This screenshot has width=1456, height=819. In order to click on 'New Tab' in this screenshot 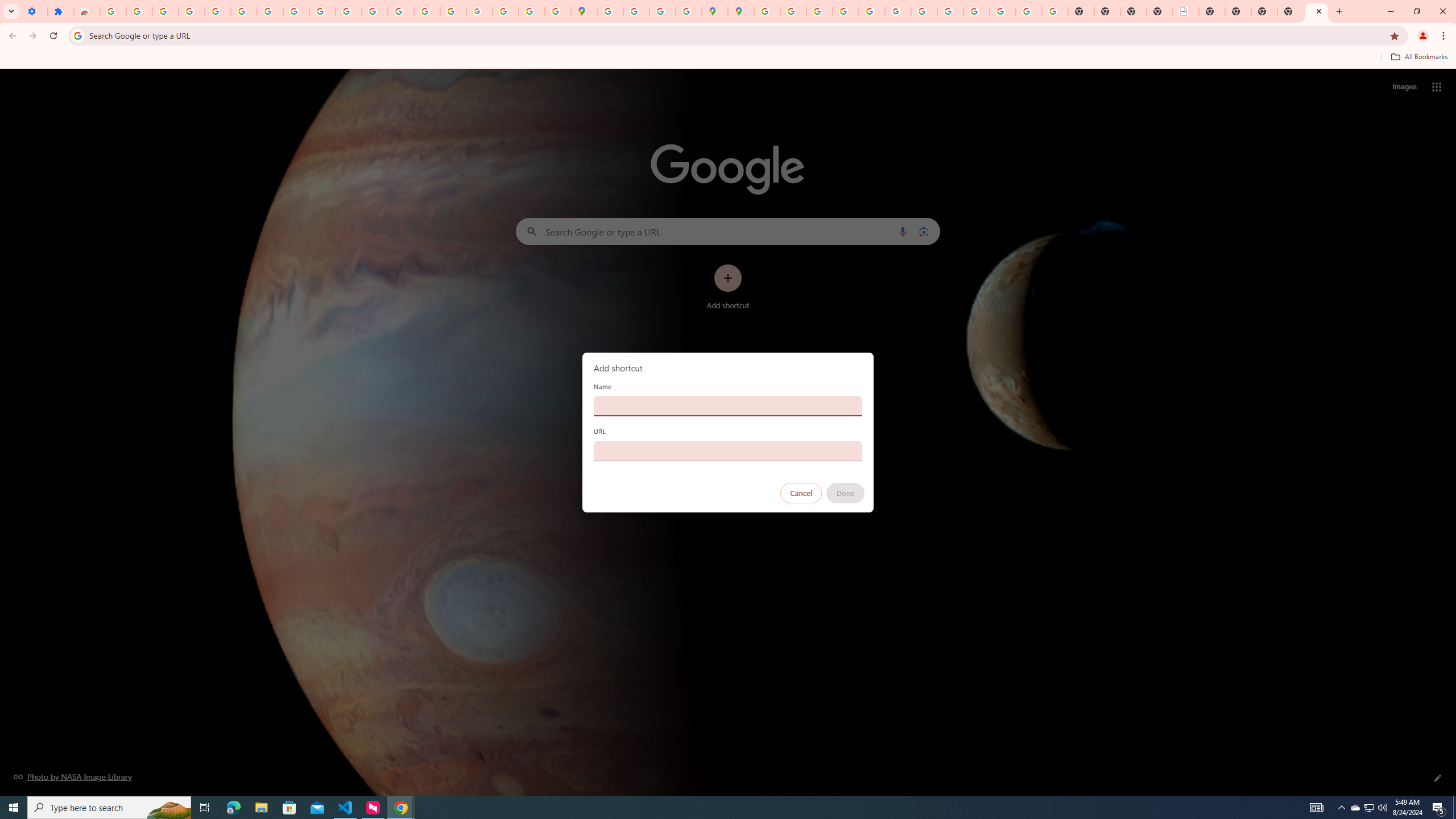, I will do `click(1317, 11)`.